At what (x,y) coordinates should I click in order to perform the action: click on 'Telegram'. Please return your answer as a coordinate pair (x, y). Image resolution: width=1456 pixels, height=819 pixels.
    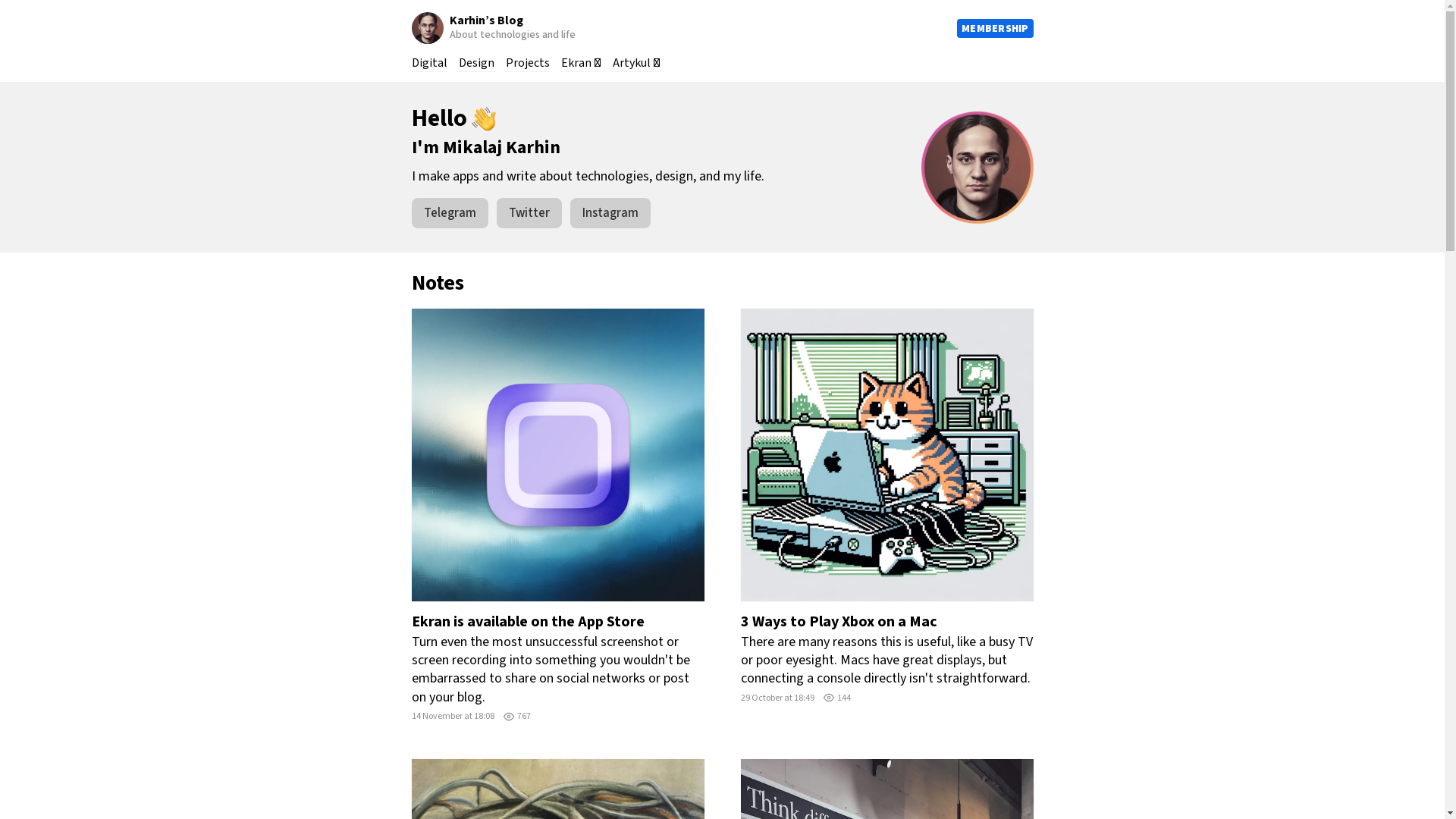
    Looking at the image, I should click on (448, 213).